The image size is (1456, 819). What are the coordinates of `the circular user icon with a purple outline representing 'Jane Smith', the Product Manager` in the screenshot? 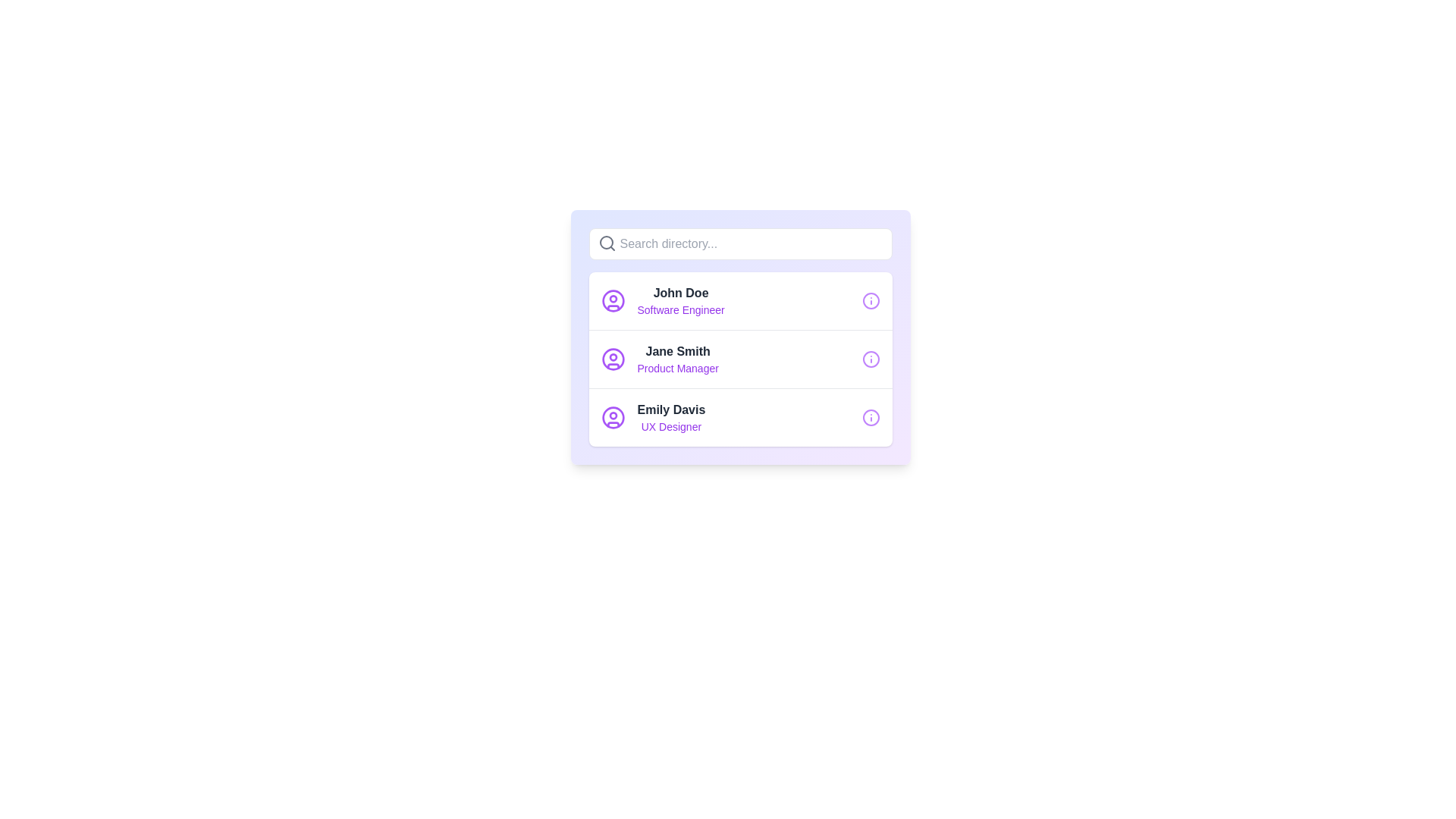 It's located at (613, 359).